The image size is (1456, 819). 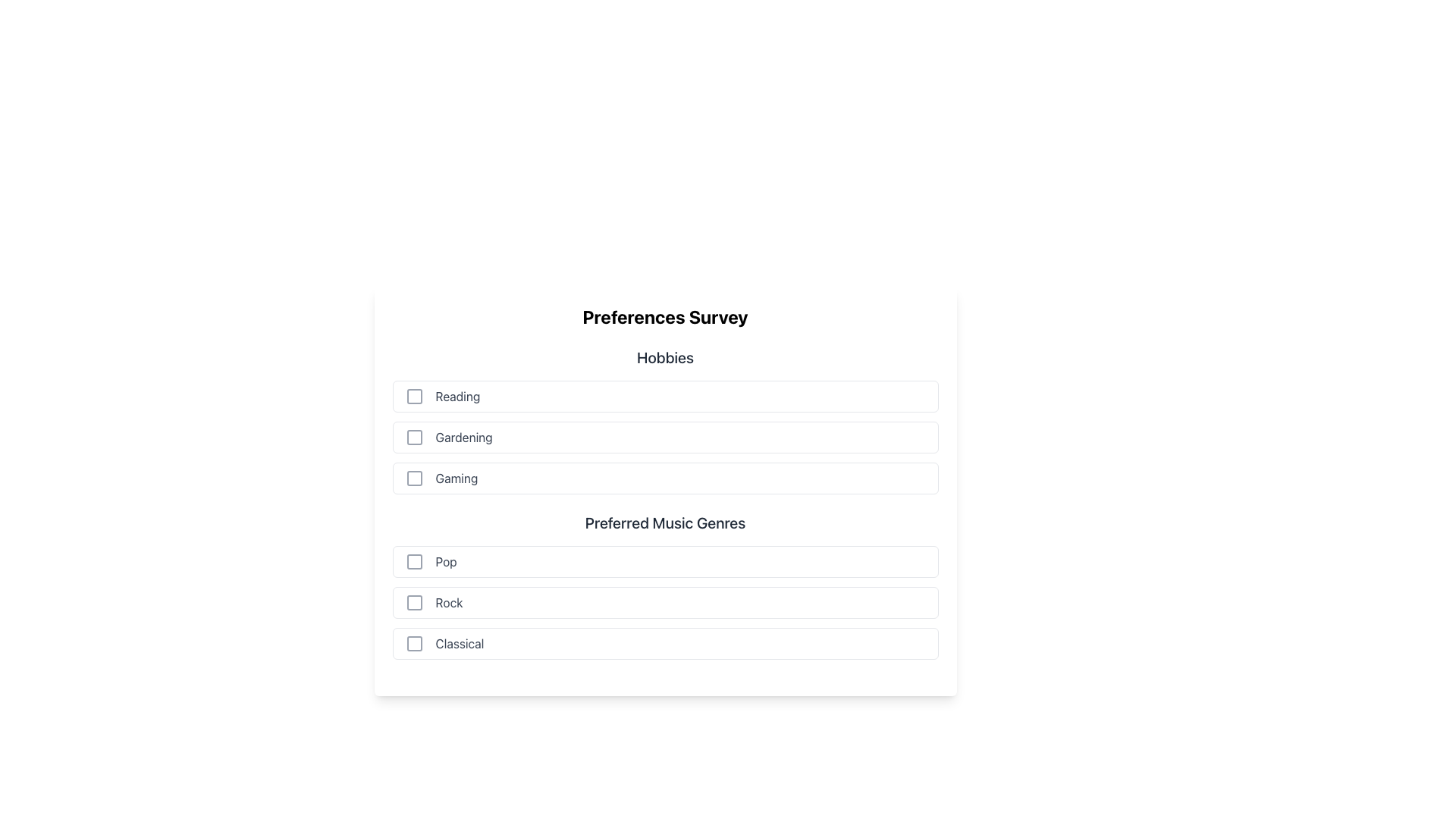 I want to click on the text label displaying the word 'Rock' in gray font, which is the third text label in the 'Preferred Music Genres' section, positioned to the right of a checkbox, so click(x=448, y=601).